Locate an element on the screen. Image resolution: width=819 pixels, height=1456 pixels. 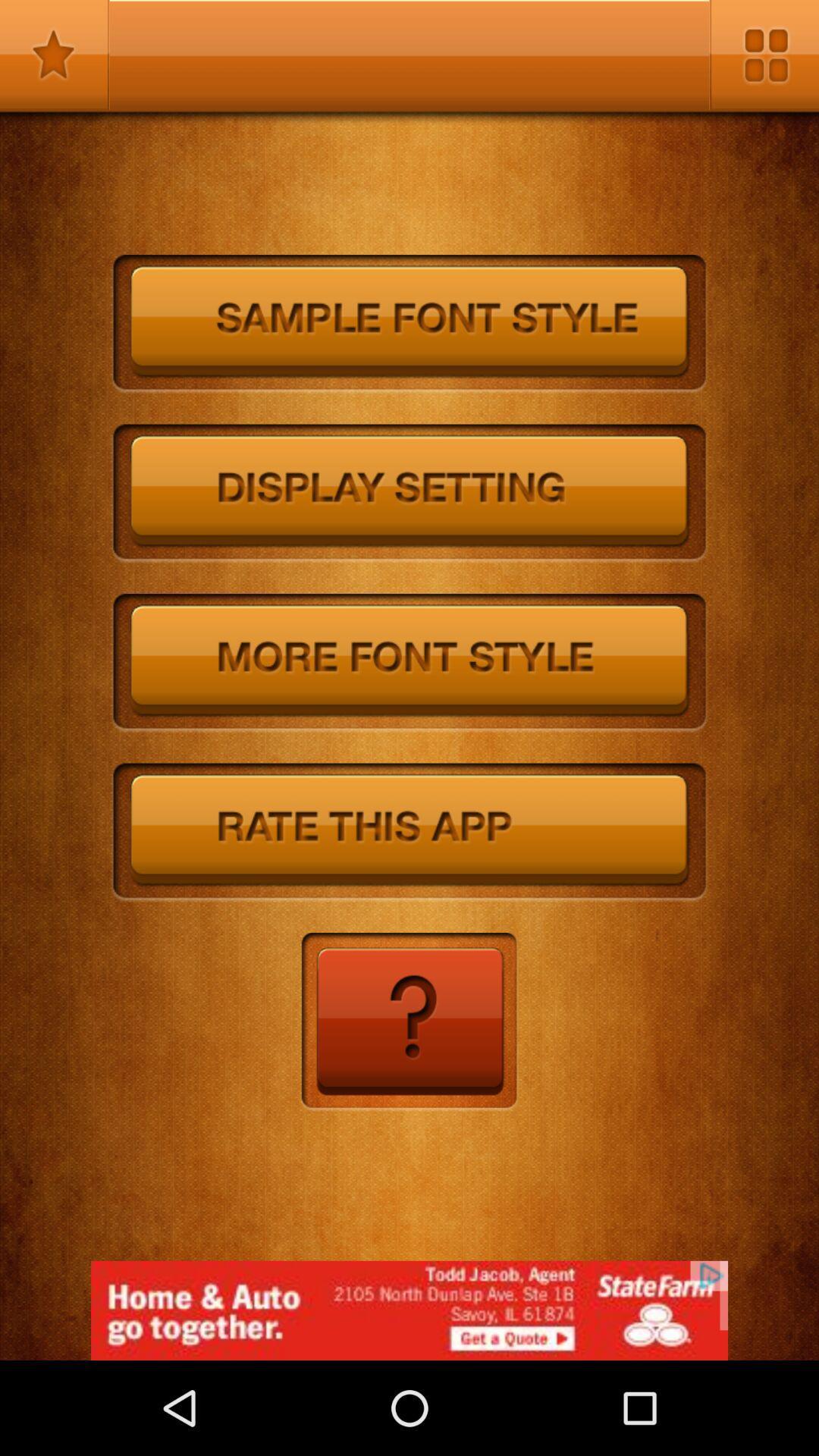
favorite is located at coordinates (54, 55).